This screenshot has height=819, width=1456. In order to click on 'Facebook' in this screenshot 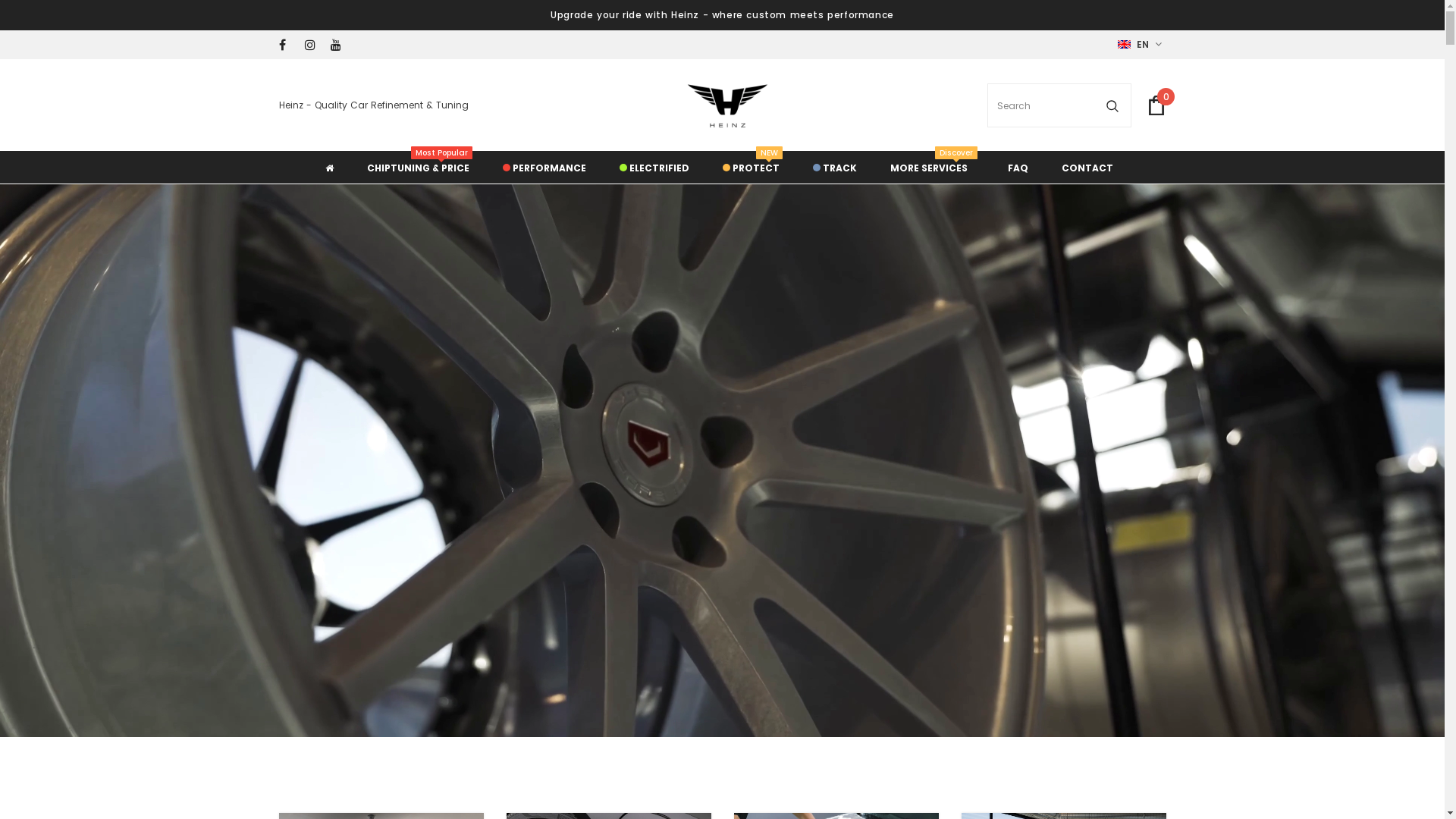, I will do `click(288, 44)`.